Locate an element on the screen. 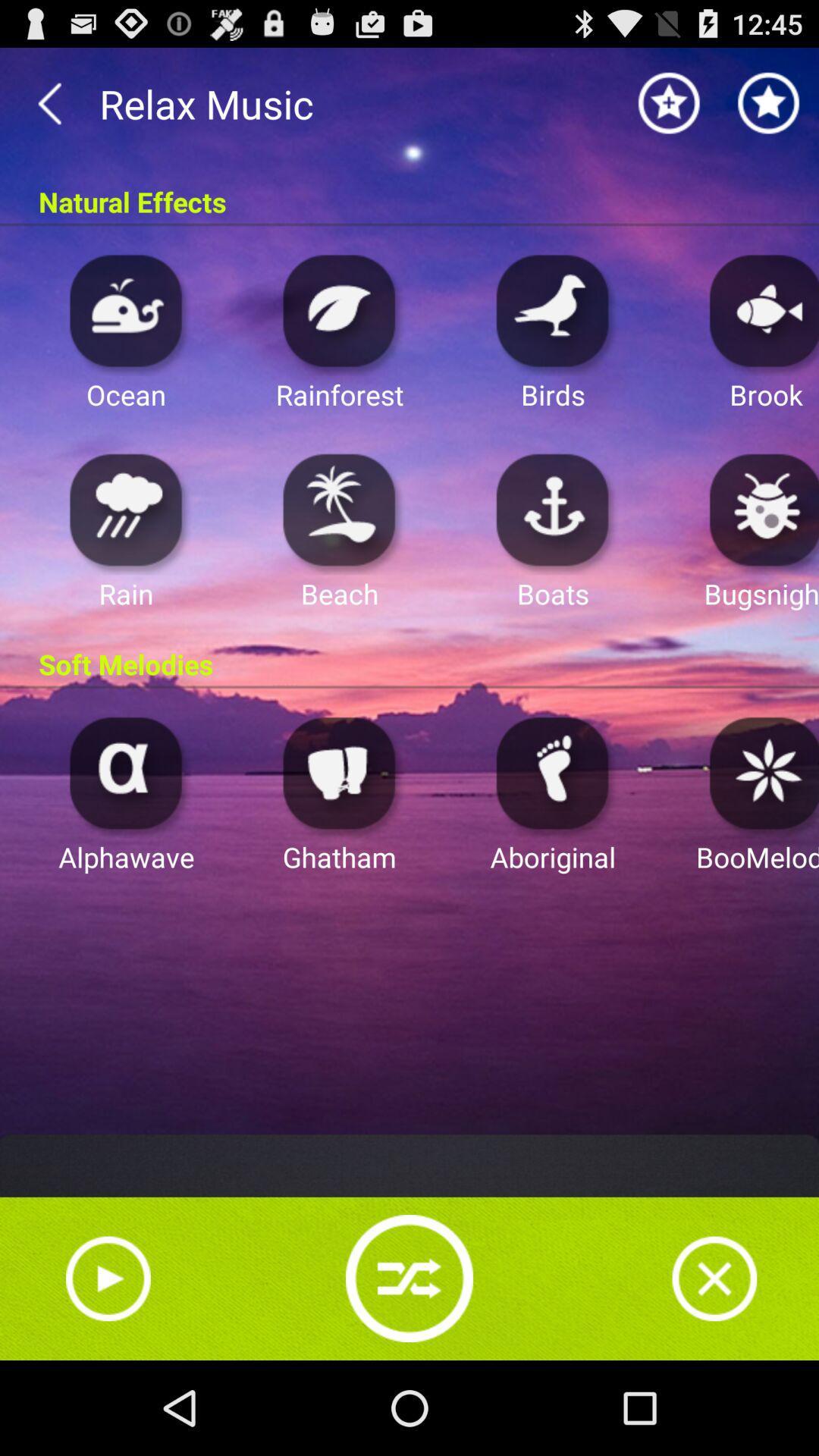 This screenshot has width=819, height=1456. the effect is located at coordinates (125, 309).